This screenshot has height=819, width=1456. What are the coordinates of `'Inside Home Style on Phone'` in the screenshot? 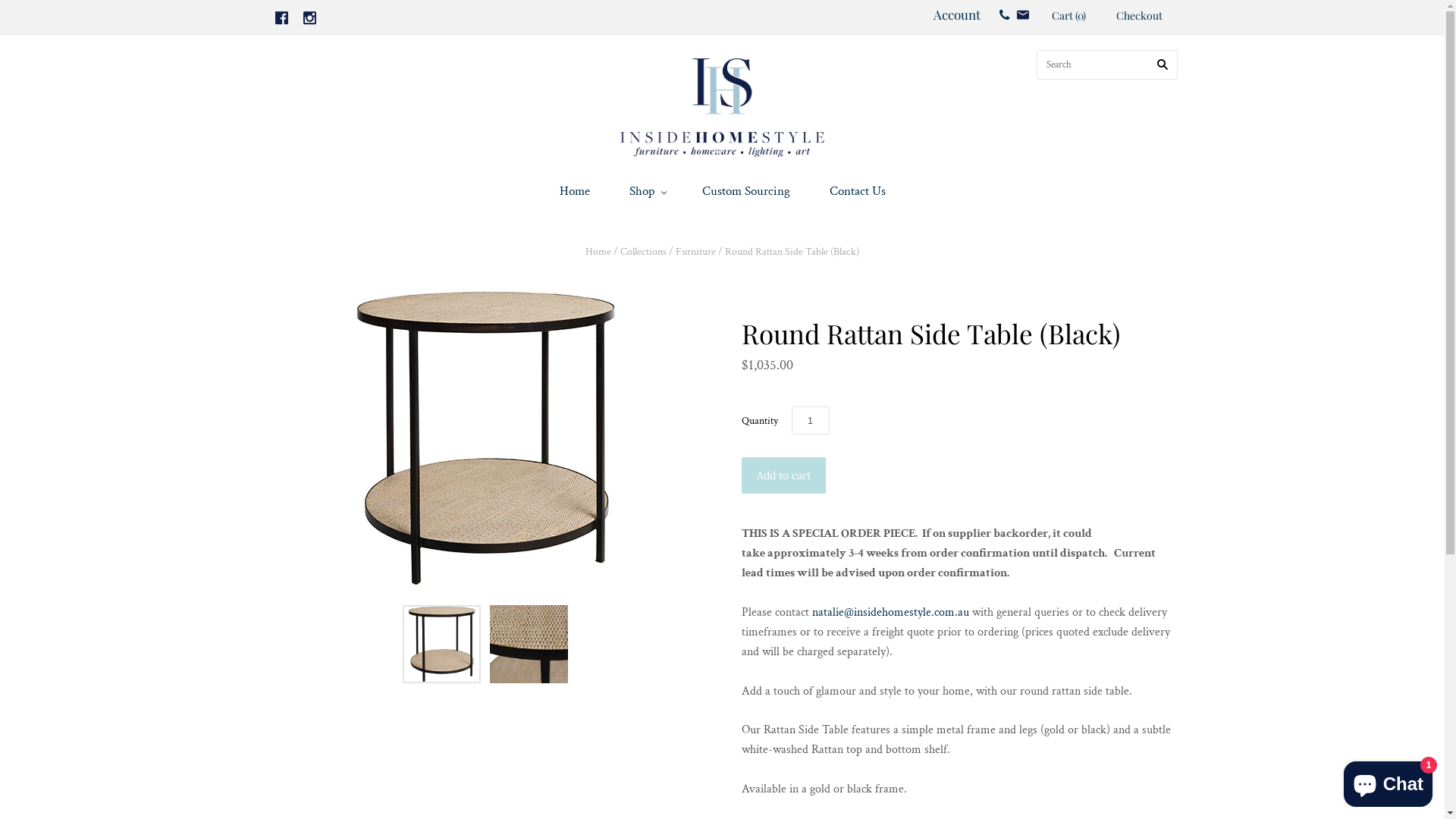 It's located at (1004, 14).